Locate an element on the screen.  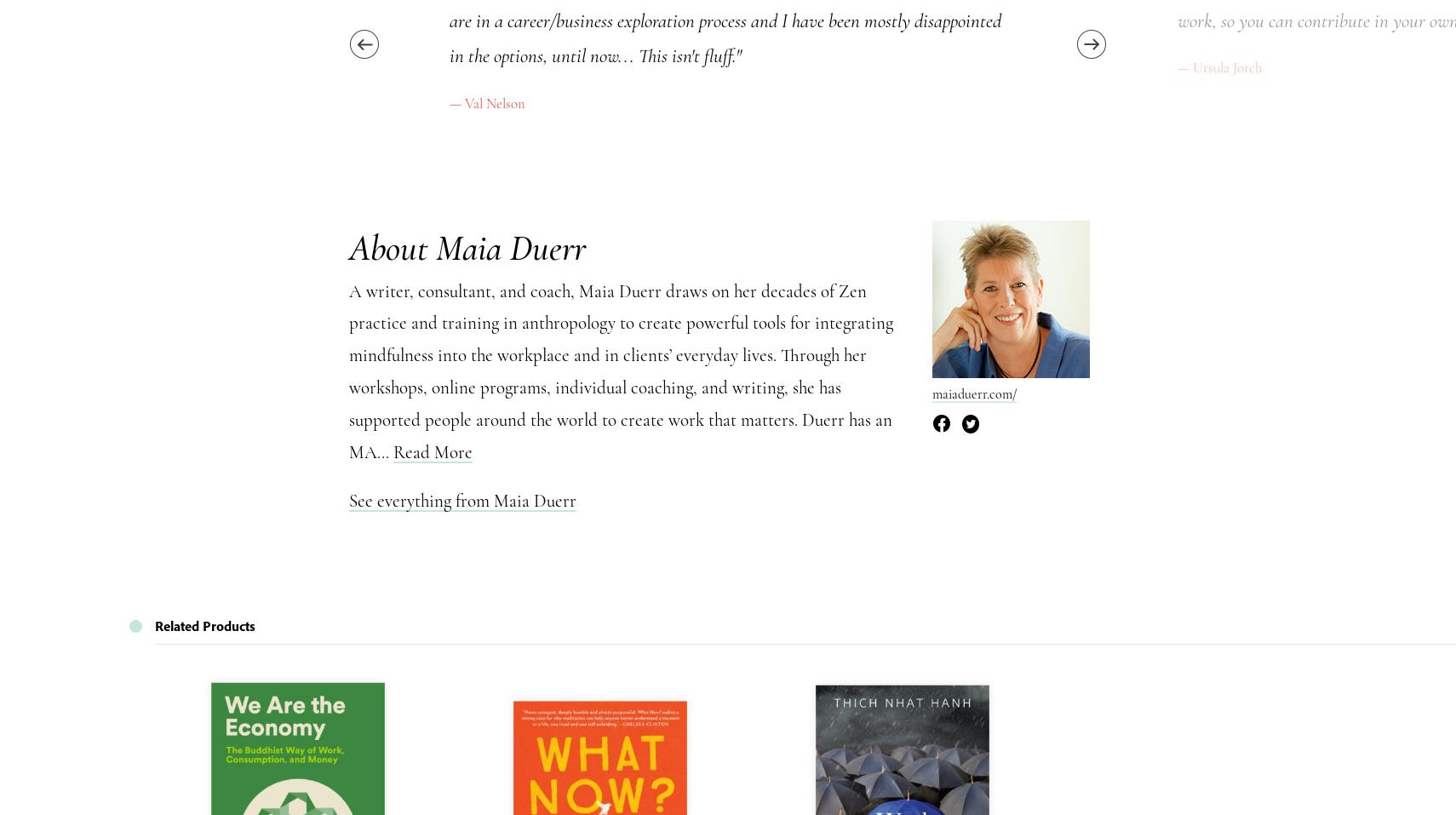
'What is Mindfulness' is located at coordinates (225, 112).